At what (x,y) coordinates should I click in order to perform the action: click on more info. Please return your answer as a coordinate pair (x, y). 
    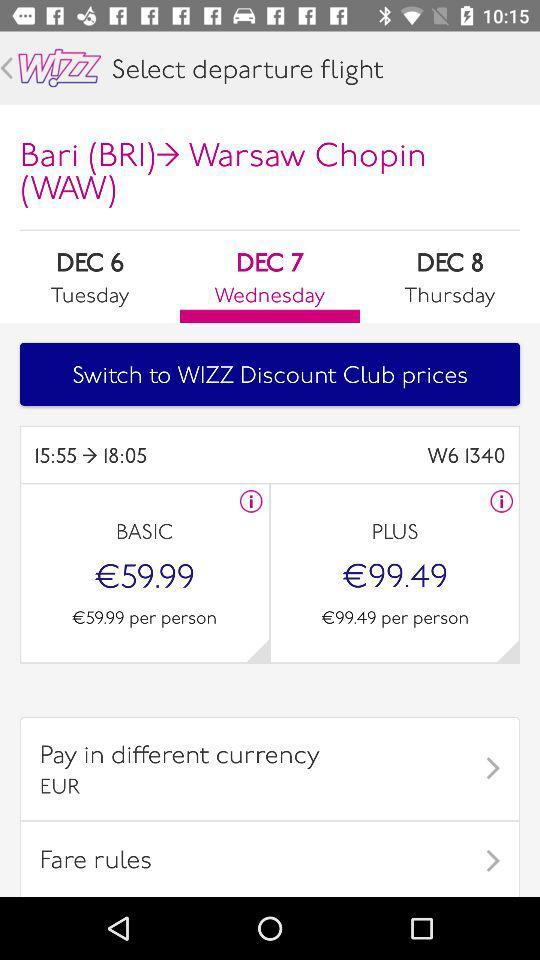
    Looking at the image, I should click on (251, 500).